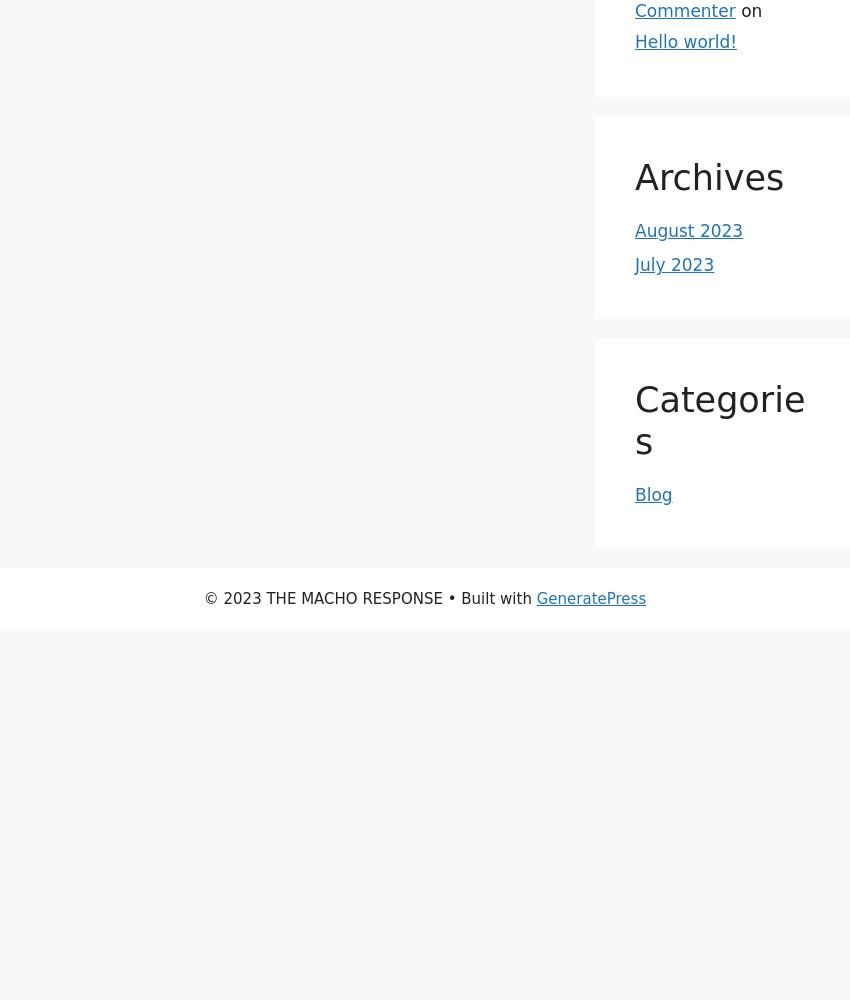  Describe the element at coordinates (674, 265) in the screenshot. I see `'July 2023'` at that location.